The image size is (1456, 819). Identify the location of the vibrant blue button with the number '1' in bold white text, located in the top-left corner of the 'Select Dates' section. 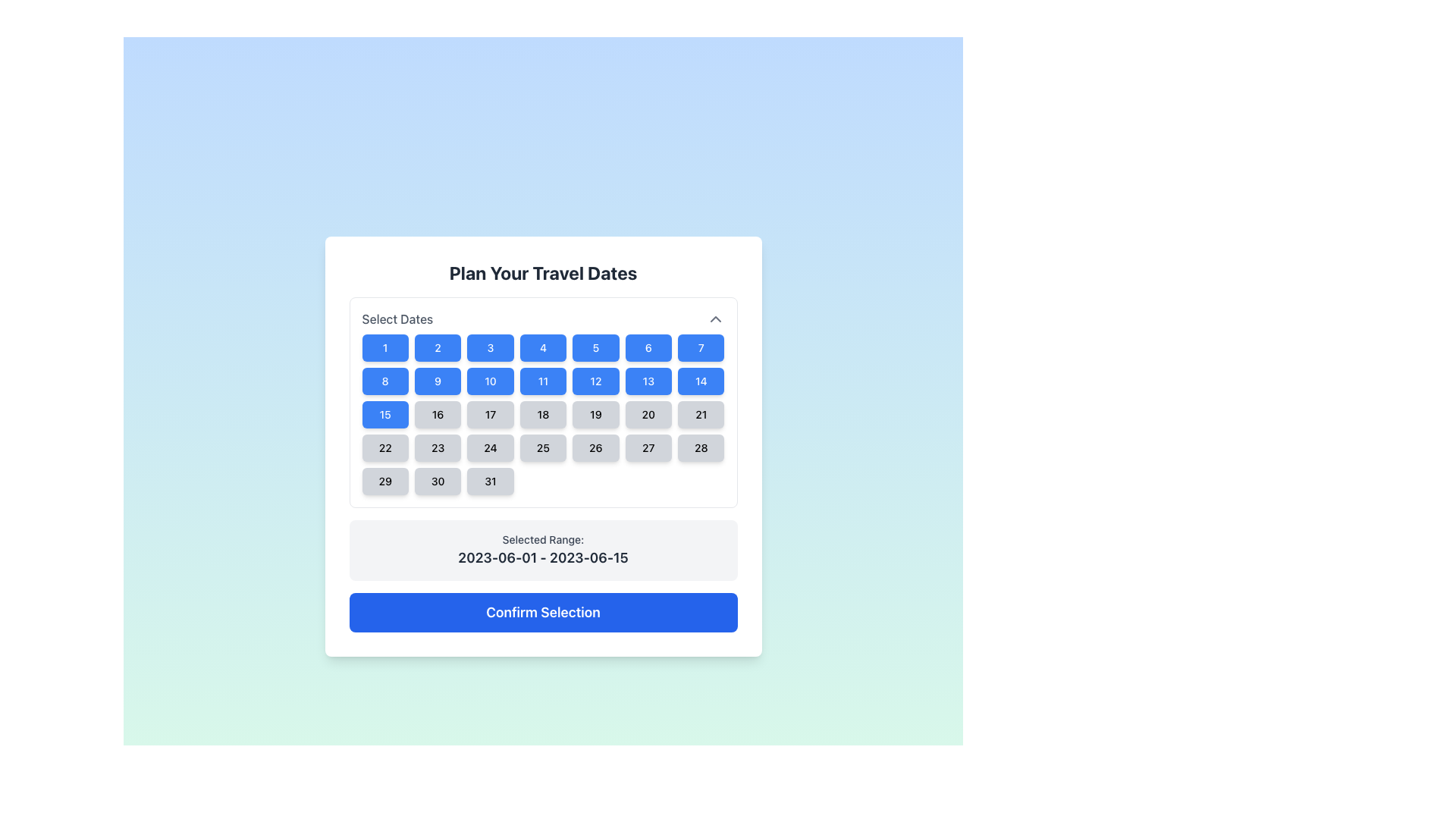
(385, 348).